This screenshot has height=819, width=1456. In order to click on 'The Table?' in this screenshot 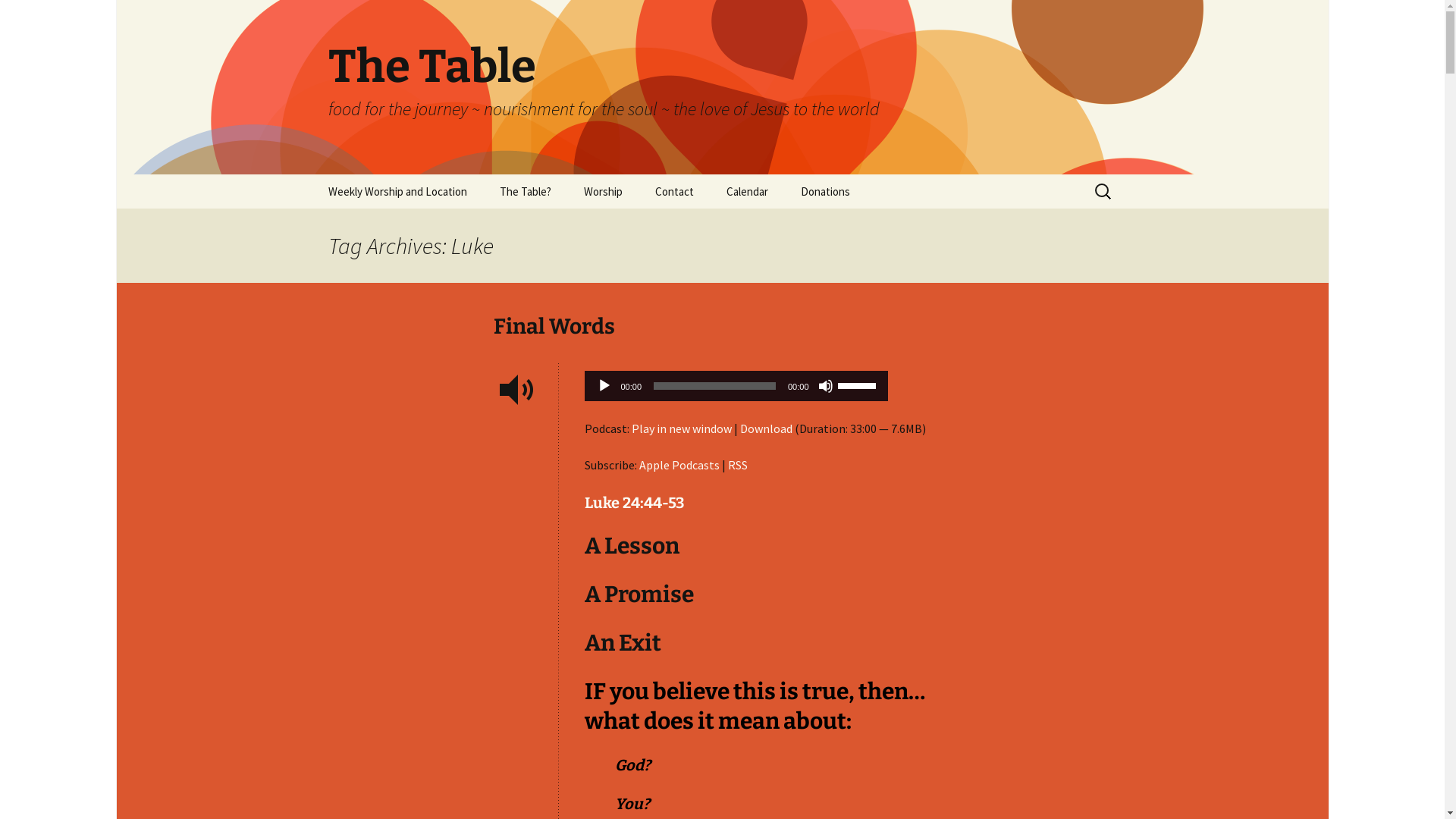, I will do `click(524, 190)`.